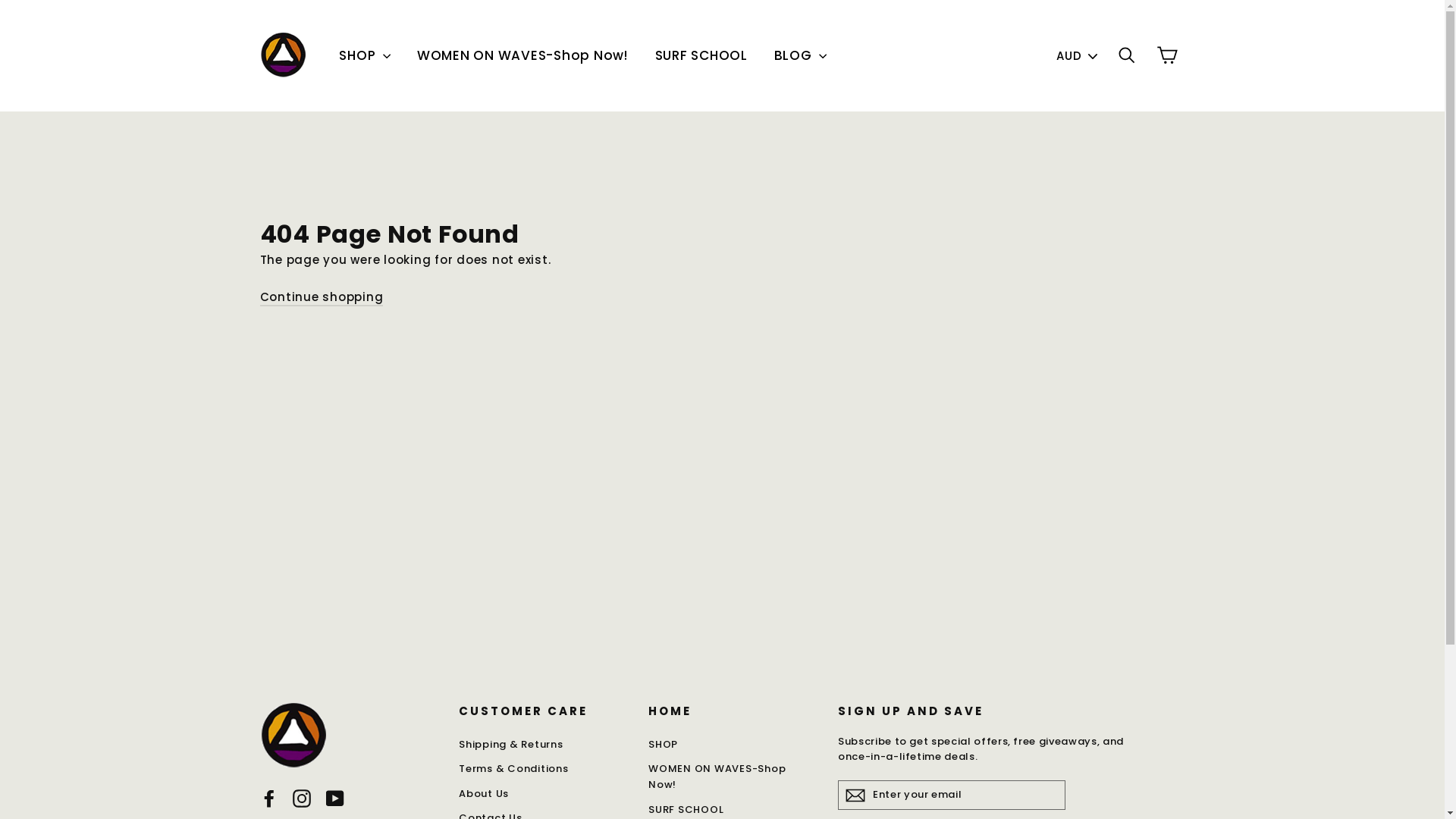 The image size is (1456, 819). What do you see at coordinates (0, 0) in the screenshot?
I see `'Skip to content'` at bounding box center [0, 0].